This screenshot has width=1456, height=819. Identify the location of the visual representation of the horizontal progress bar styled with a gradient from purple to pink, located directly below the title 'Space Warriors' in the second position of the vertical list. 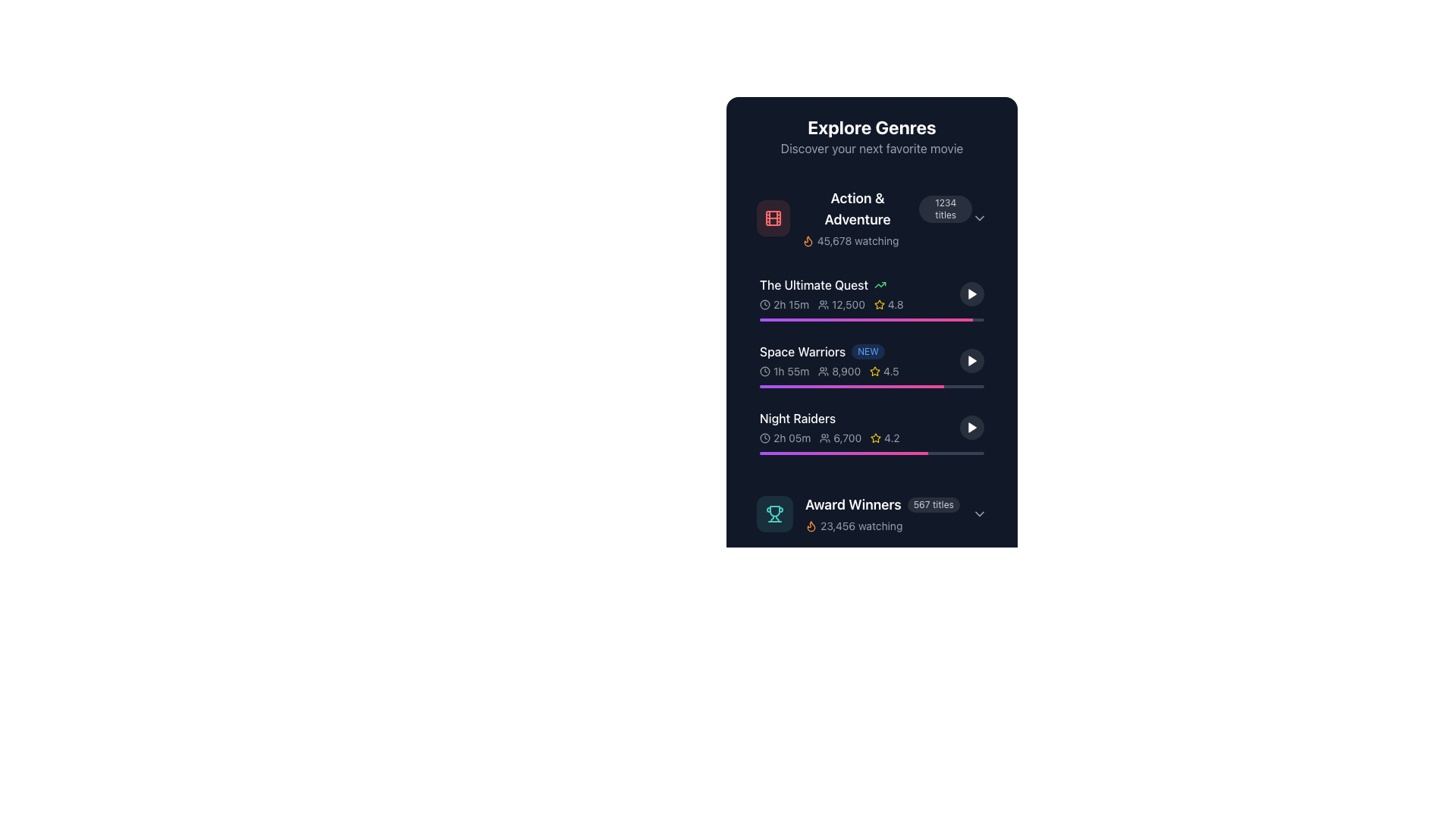
(872, 385).